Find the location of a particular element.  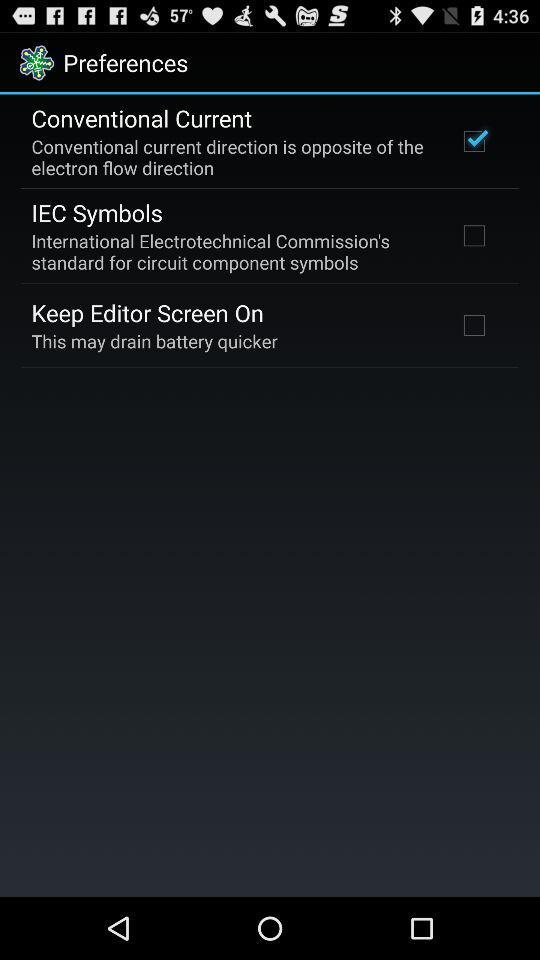

the iec symbols item is located at coordinates (96, 212).